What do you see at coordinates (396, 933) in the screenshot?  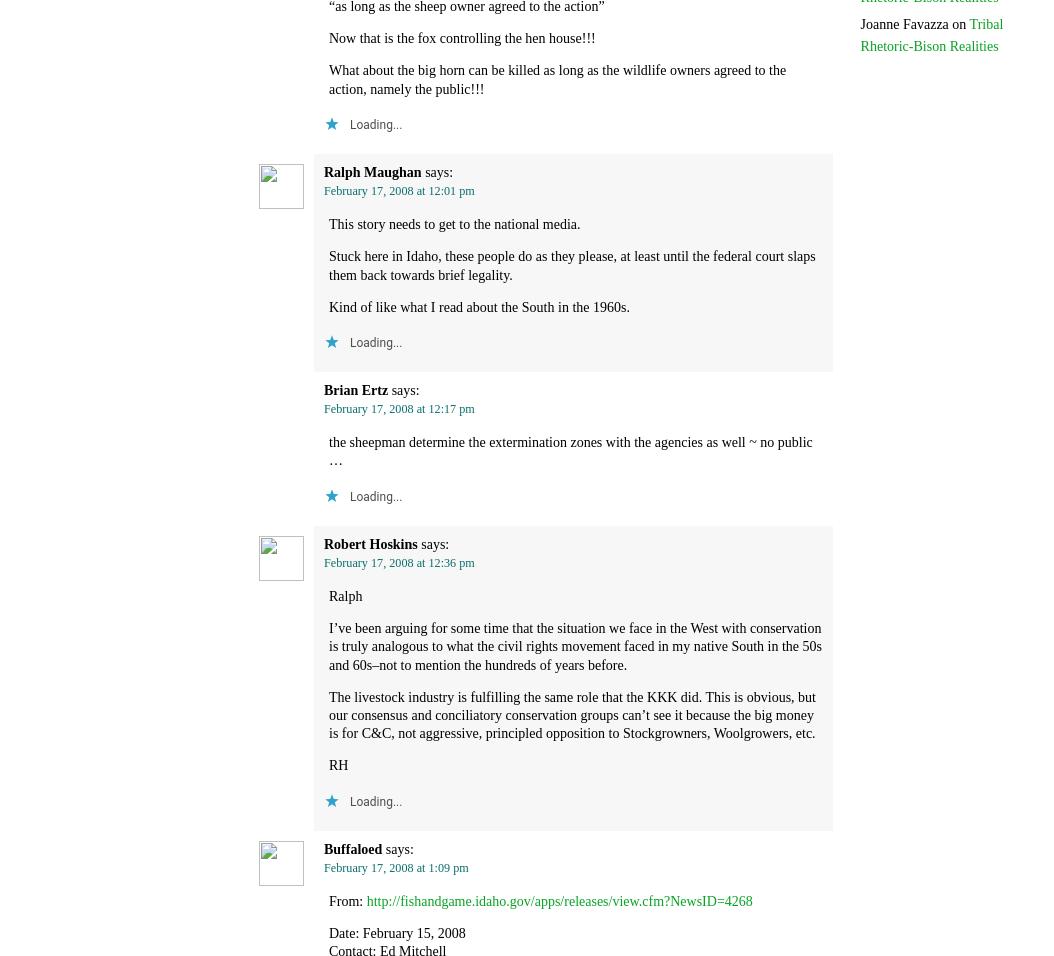 I see `'Date:	February 15, 2008'` at bounding box center [396, 933].